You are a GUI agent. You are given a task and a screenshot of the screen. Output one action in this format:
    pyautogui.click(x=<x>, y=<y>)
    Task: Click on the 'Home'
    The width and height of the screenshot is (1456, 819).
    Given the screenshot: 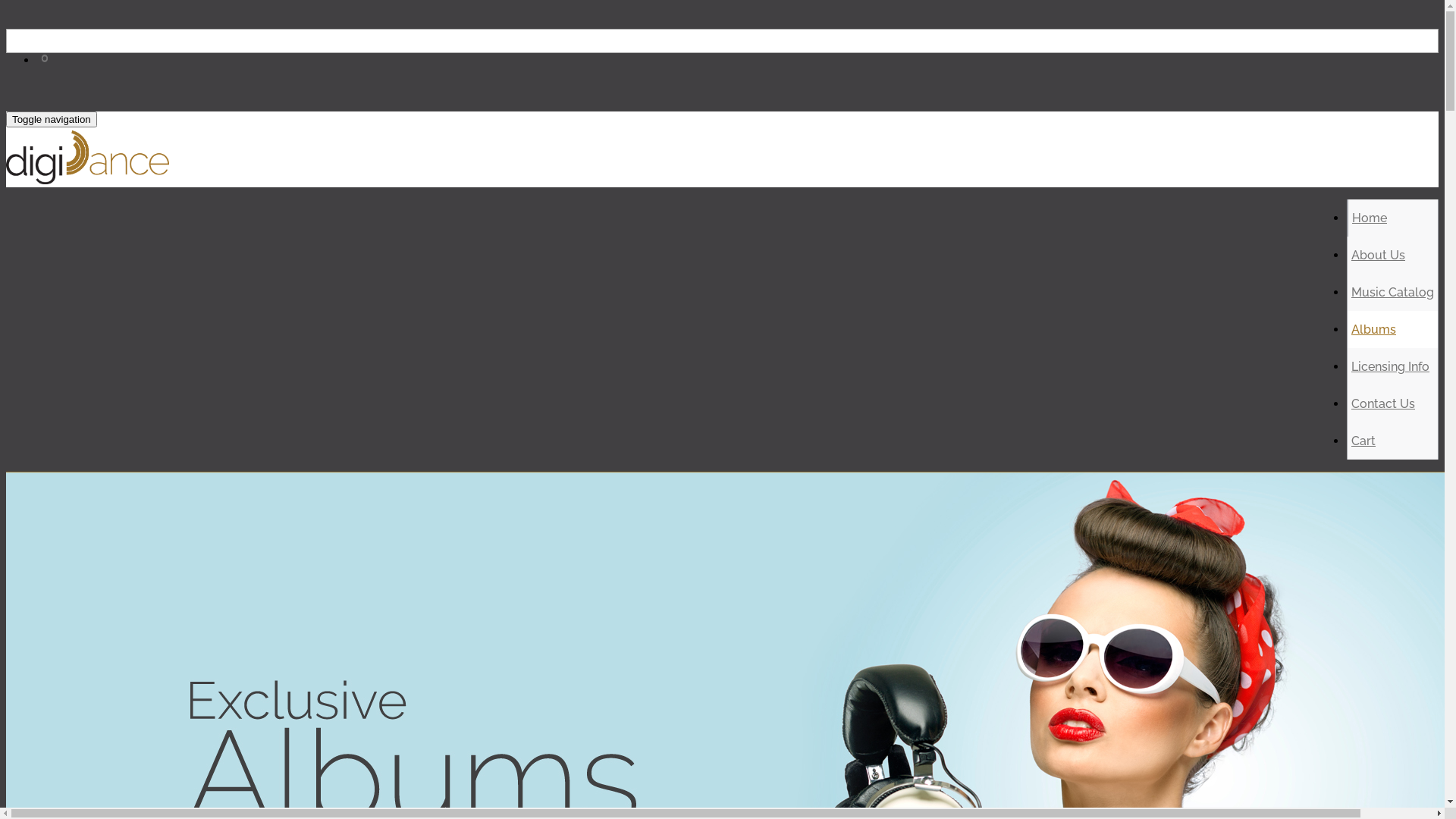 What is the action you would take?
    pyautogui.click(x=1369, y=218)
    